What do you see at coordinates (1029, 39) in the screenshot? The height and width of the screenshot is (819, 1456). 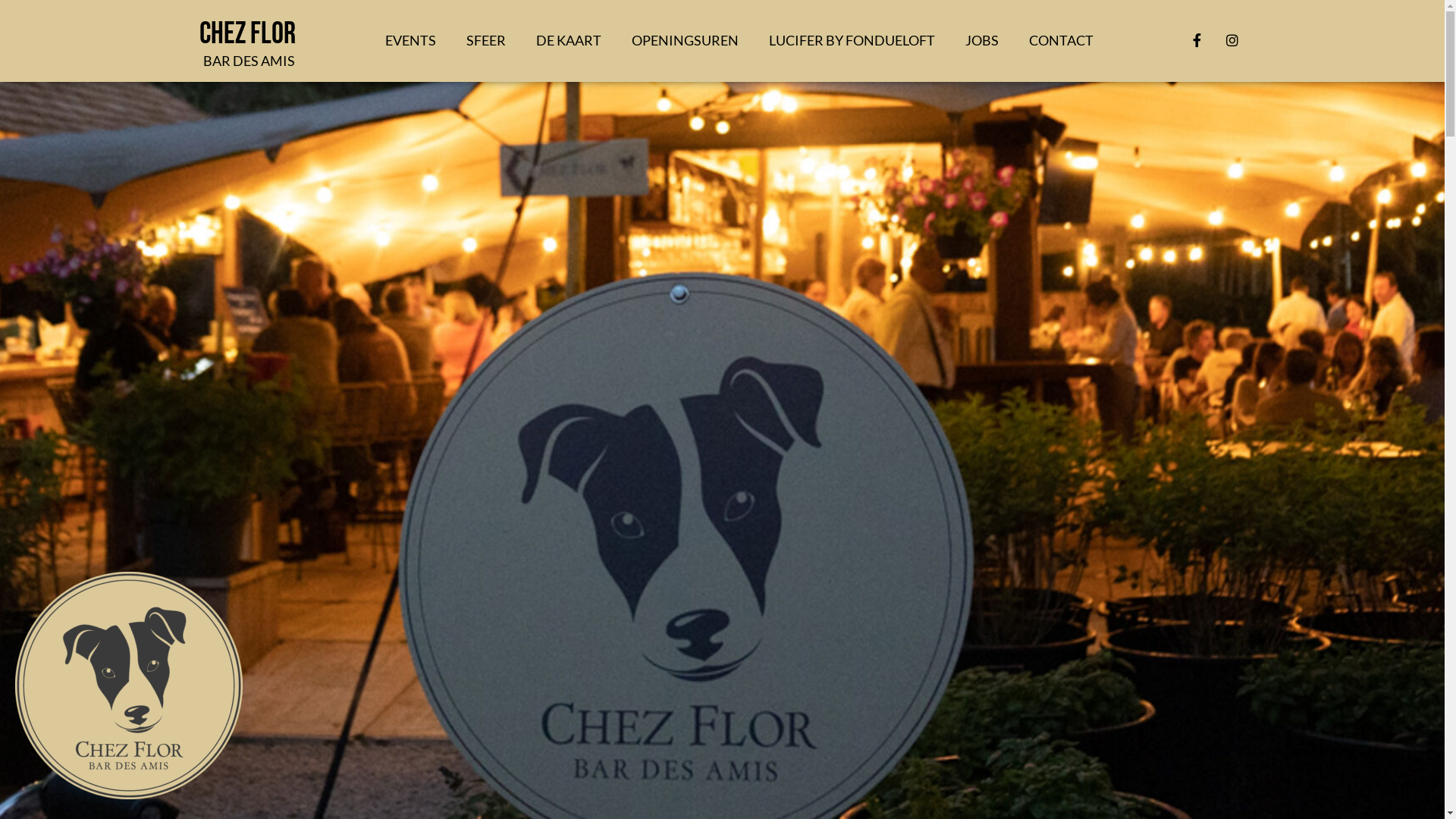 I see `'CONTACT'` at bounding box center [1029, 39].